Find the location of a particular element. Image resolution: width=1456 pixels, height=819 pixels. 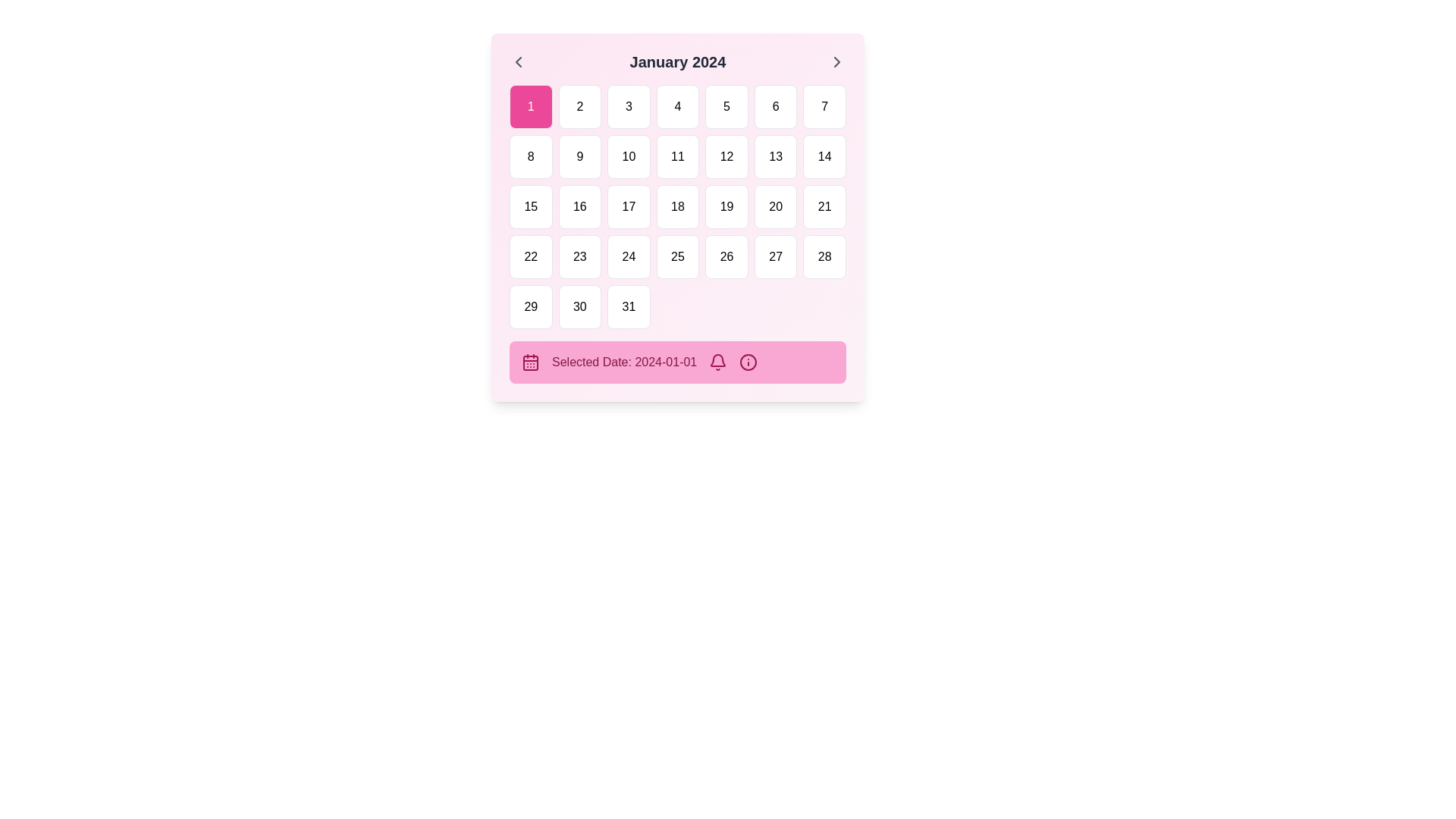

the interactive chevron arrow icon located in the top-right corner of the calendar interface is located at coordinates (836, 61).